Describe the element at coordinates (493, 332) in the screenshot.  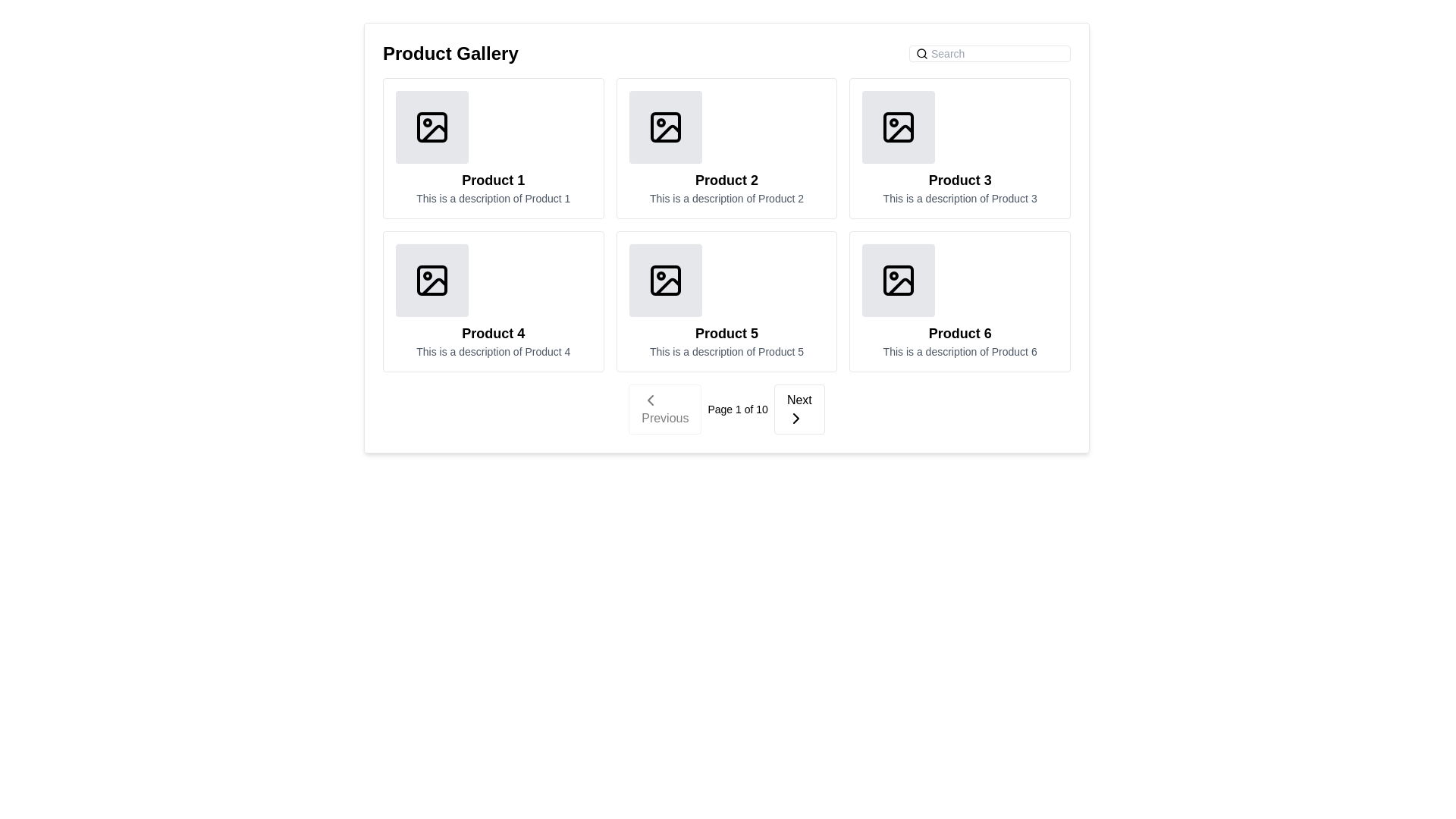
I see `the text label styled with a larger font size and bold weight containing the text 'Product 4', which is located below an image placeholder in a card layout` at that location.